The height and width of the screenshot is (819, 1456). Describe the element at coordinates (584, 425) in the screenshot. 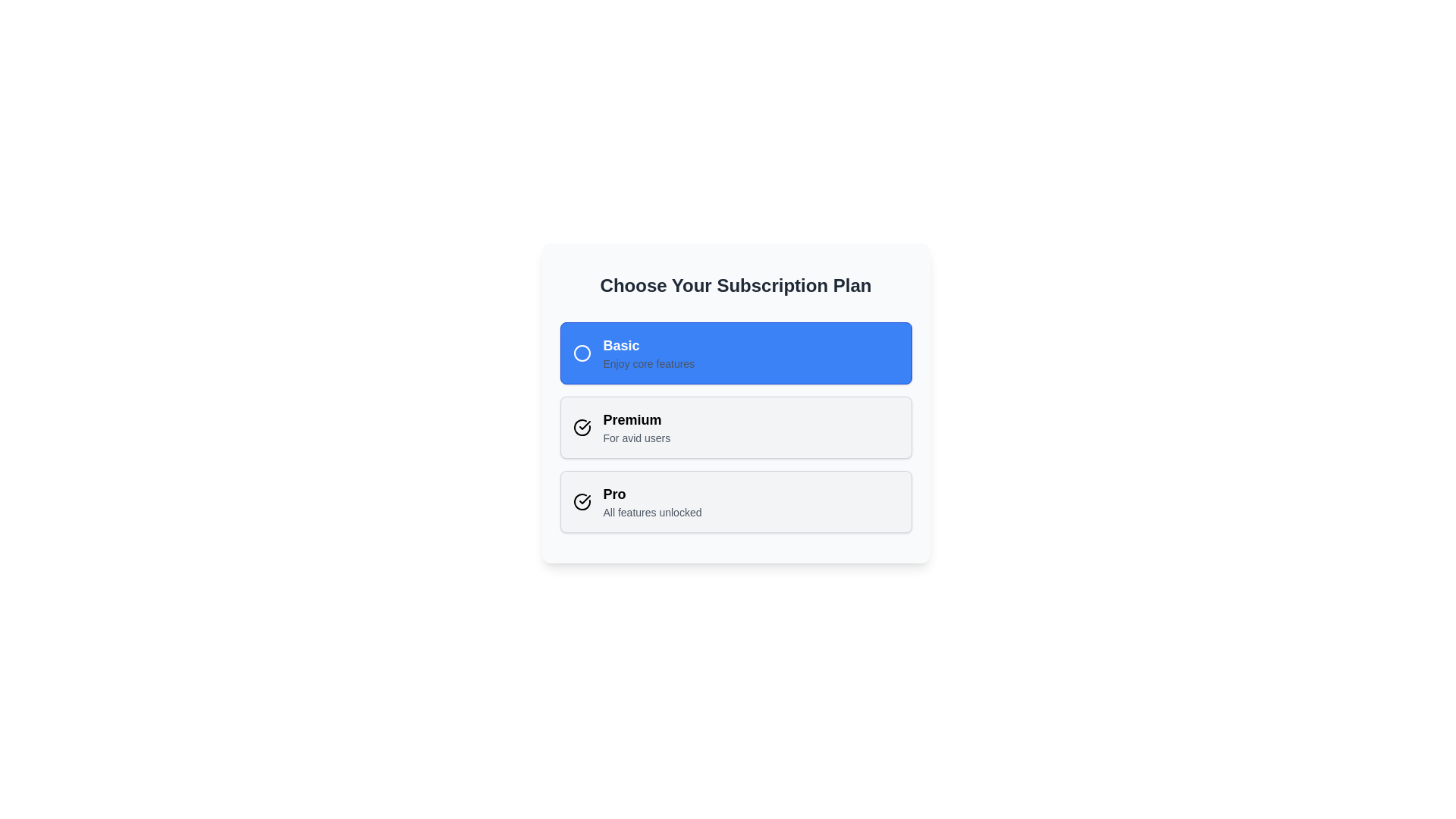

I see `the status indicator icon for the 'Pro' subscription plan located in the third subscription option row` at that location.